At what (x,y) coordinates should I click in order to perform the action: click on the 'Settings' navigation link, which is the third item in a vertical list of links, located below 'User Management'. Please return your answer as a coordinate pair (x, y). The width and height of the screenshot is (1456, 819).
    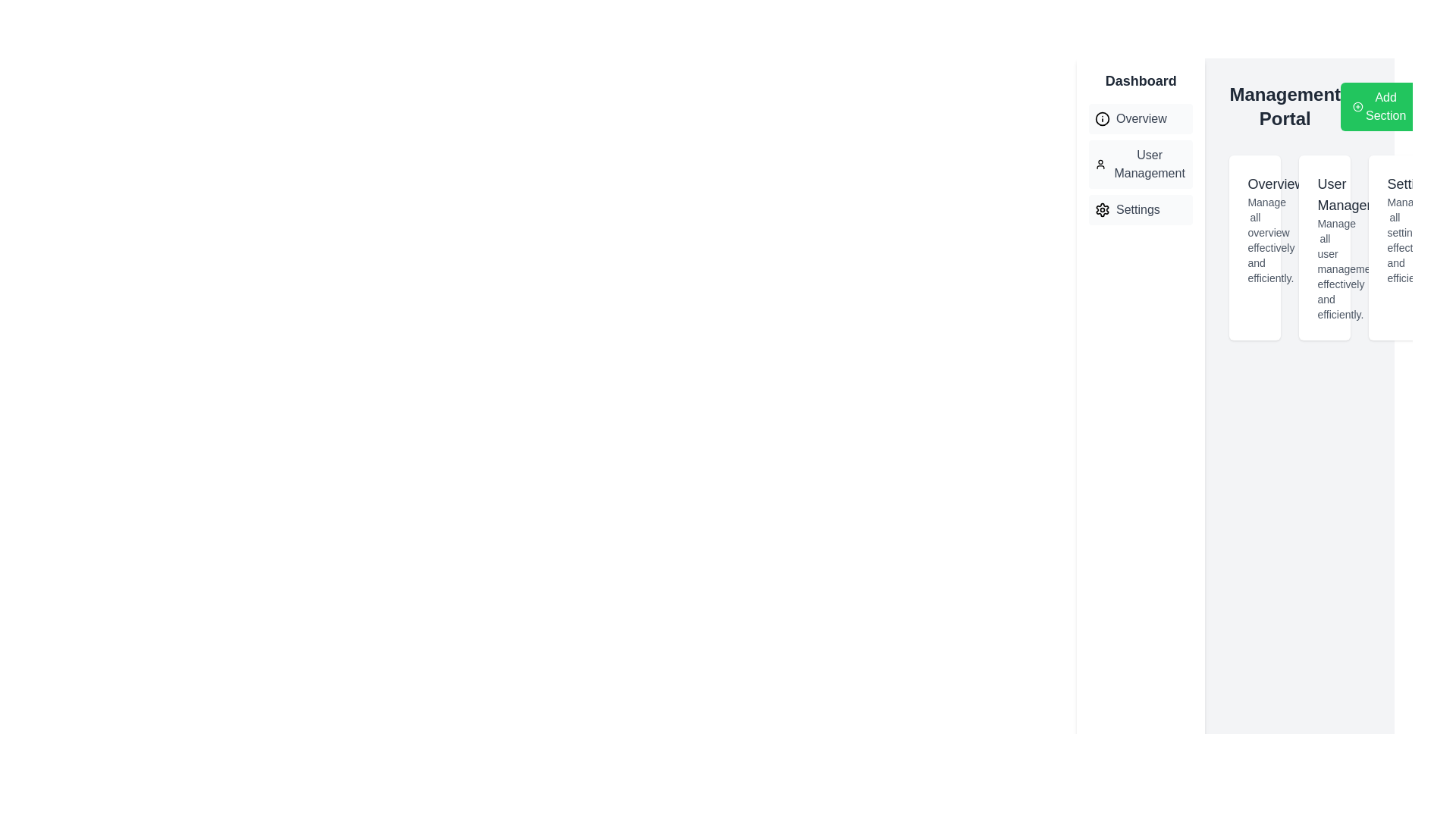
    Looking at the image, I should click on (1141, 210).